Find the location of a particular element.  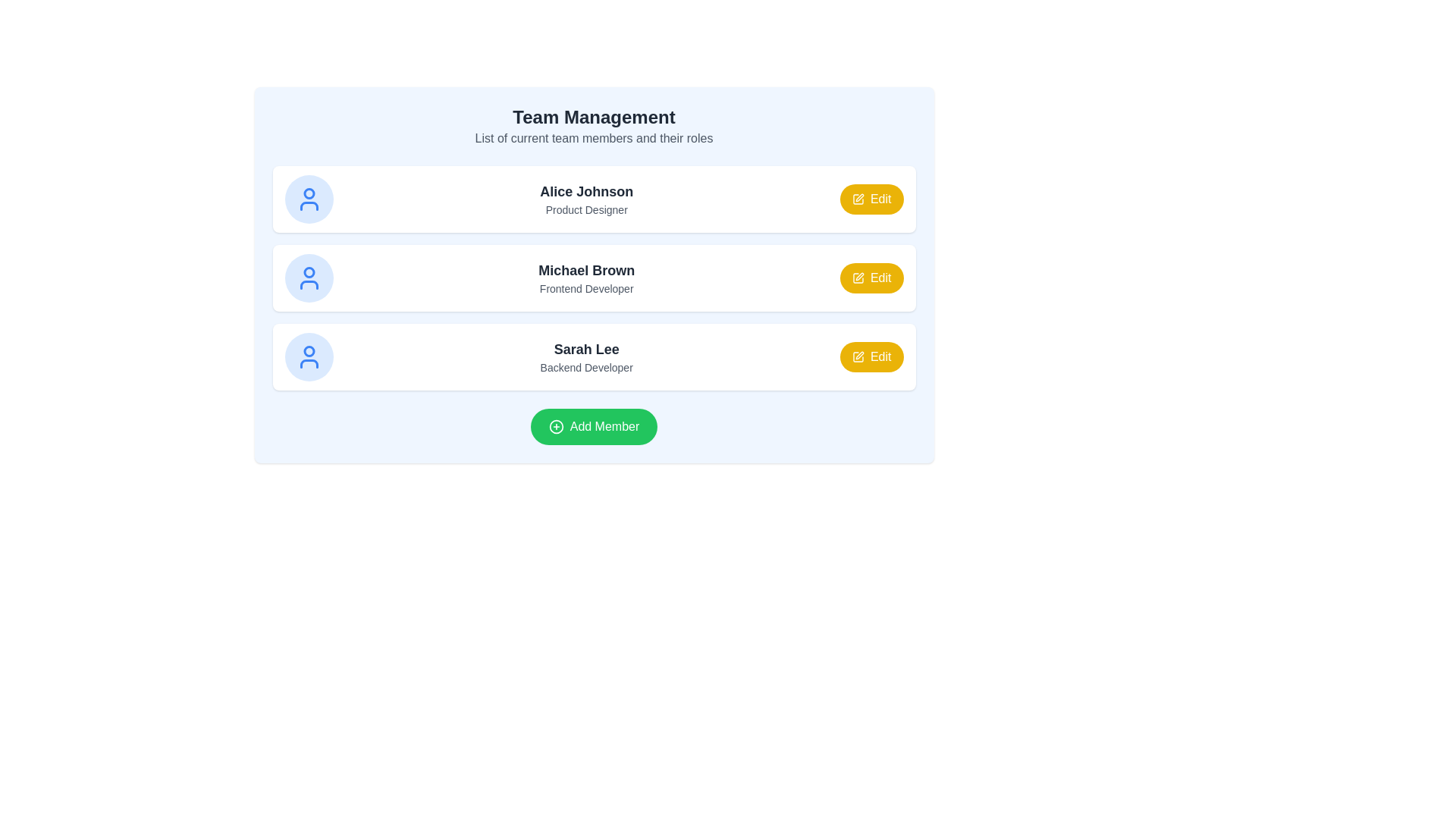

the 'Edit' text within the yellow button featuring a pen icon, located at the right-hand side of the last entry for 'Sarah Lee Backend Developer' is located at coordinates (880, 356).